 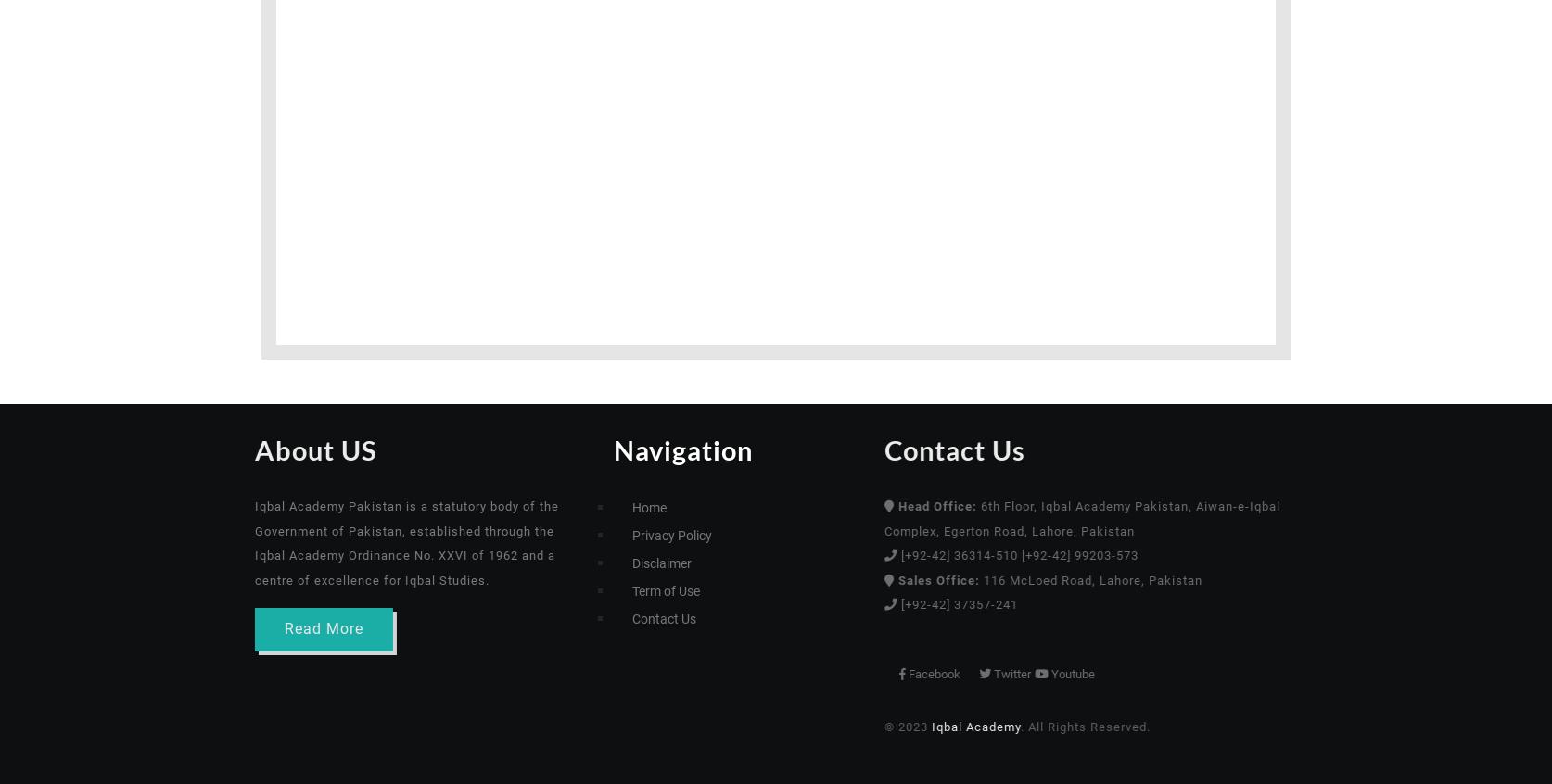 What do you see at coordinates (170, 449) in the screenshot?
I see `'About US'` at bounding box center [170, 449].